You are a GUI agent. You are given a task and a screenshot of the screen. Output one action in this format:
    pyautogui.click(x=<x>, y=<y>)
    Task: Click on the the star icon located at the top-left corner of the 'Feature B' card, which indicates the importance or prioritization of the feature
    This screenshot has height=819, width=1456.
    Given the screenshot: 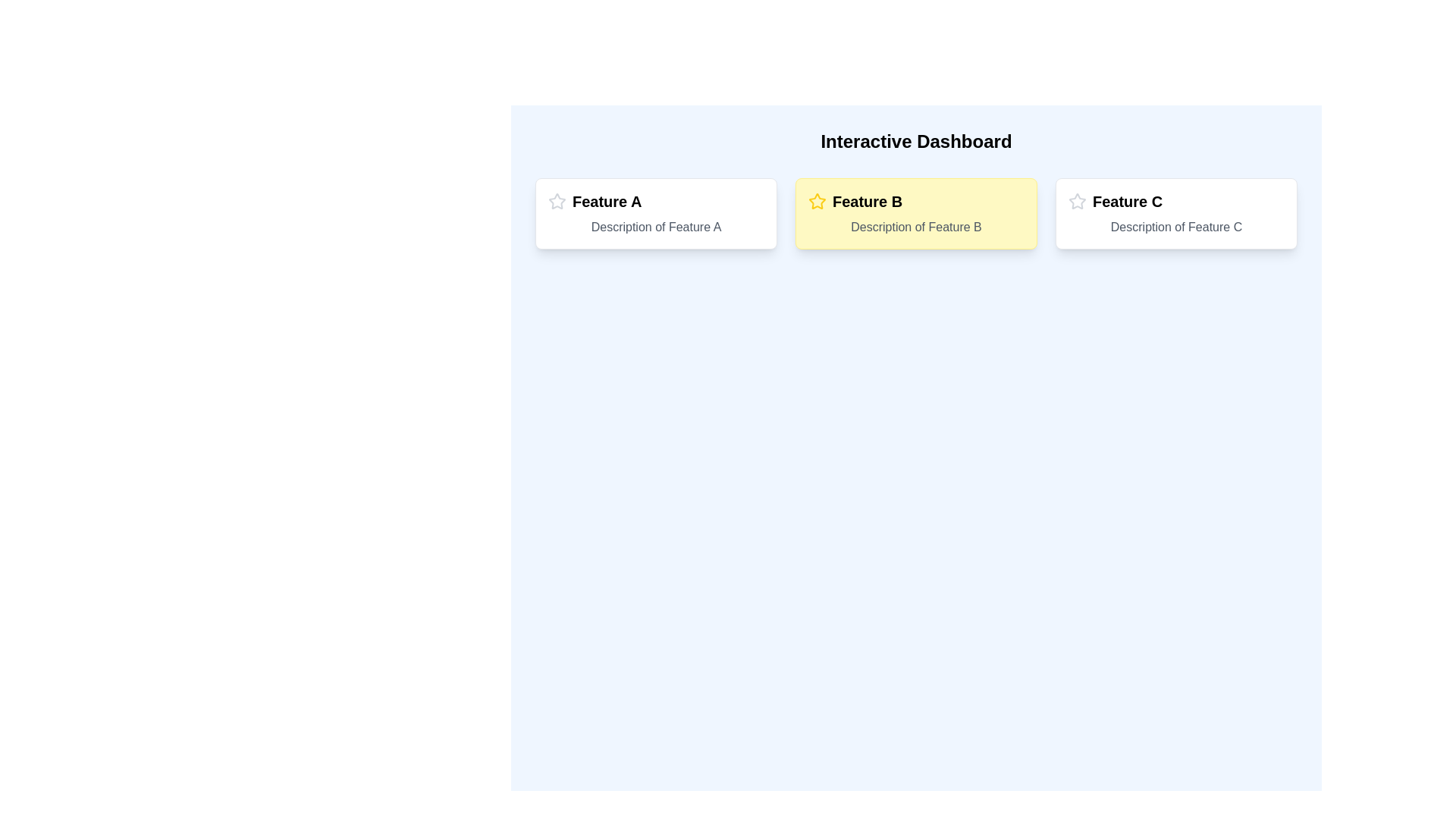 What is the action you would take?
    pyautogui.click(x=817, y=200)
    